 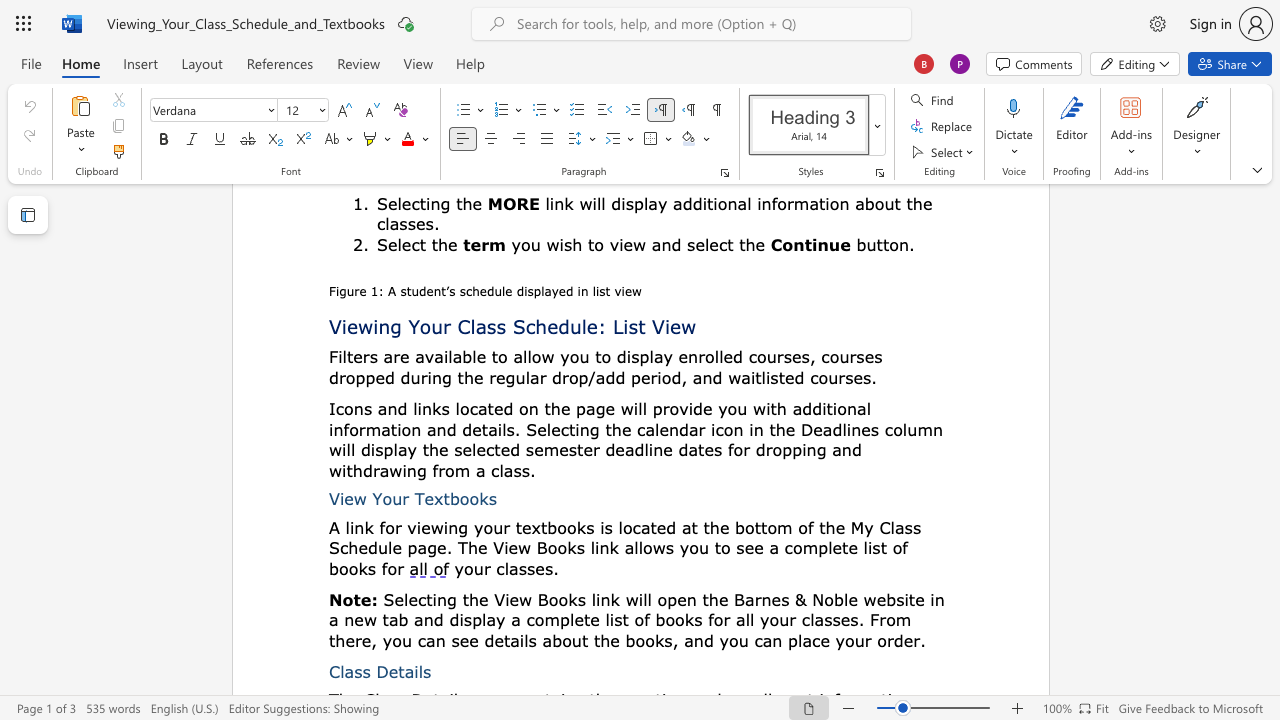 I want to click on the 5th character "u" in the text, so click(x=859, y=640).